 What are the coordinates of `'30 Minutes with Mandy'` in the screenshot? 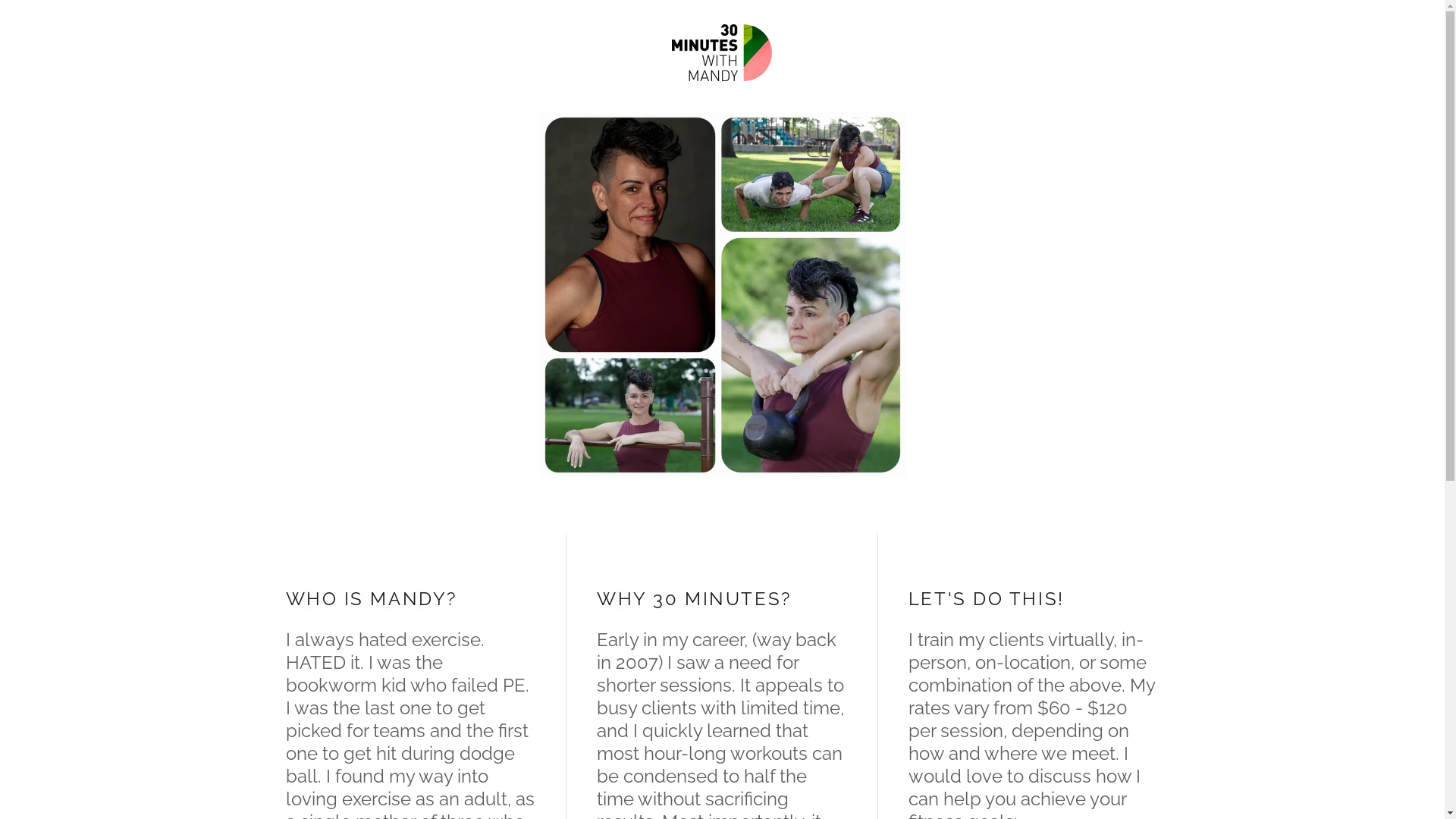 It's located at (720, 50).